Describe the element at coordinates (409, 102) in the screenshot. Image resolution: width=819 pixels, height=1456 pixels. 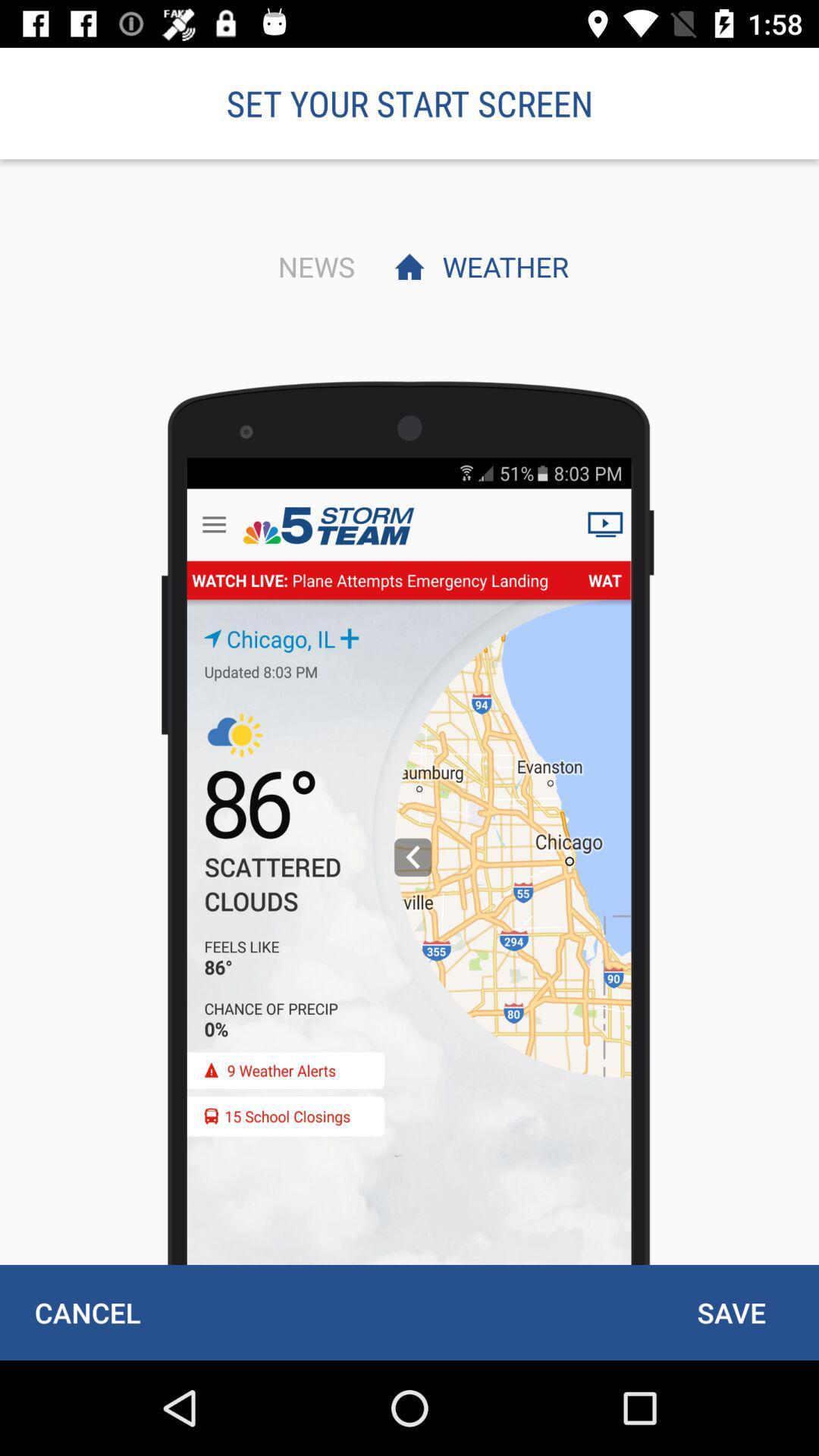
I see `set your start icon` at that location.